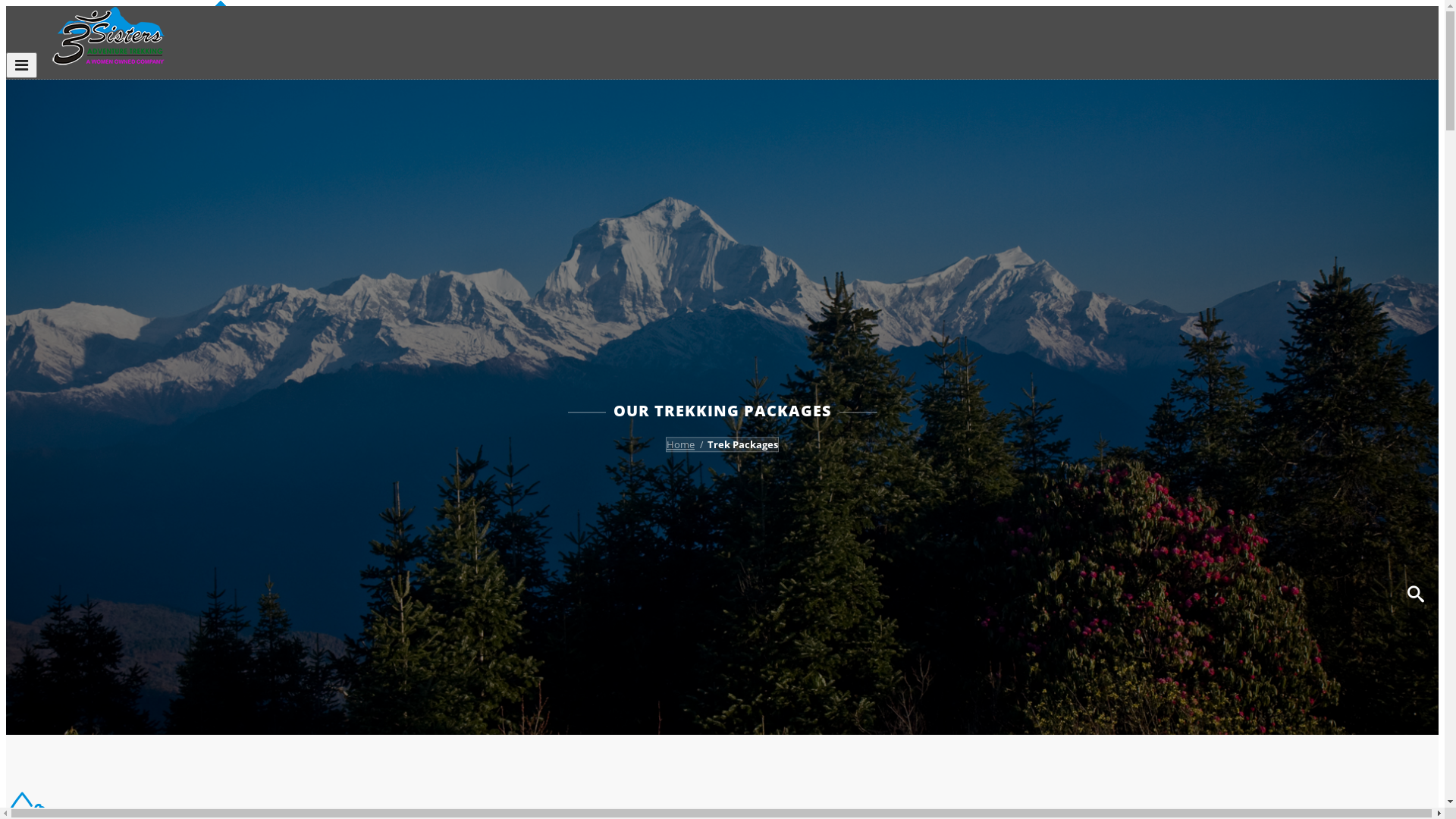 This screenshot has height=819, width=1456. I want to click on 'Toggle navigation', so click(21, 64).